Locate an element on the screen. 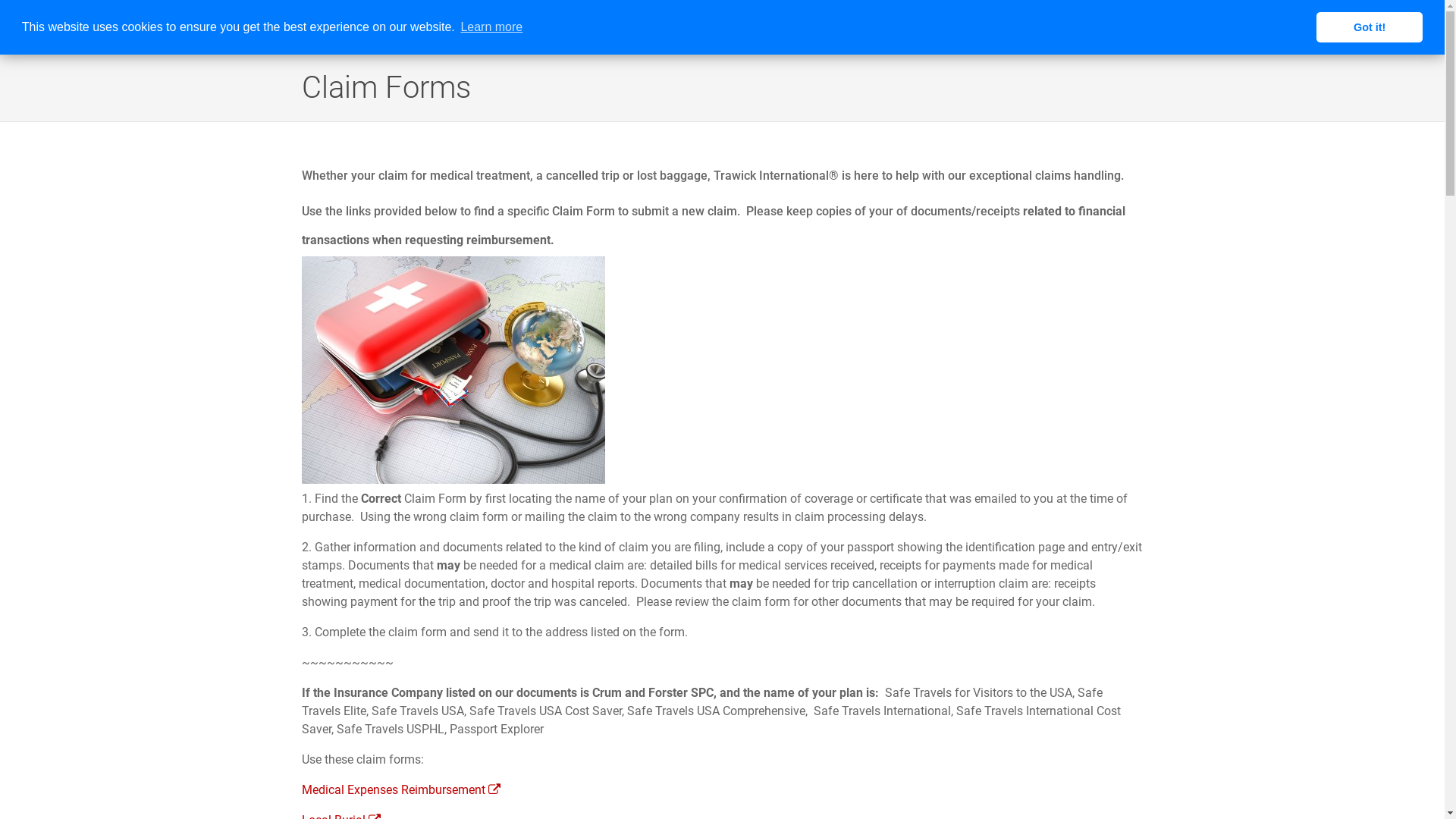 Image resolution: width=1456 pixels, height=819 pixels. 'Blog' is located at coordinates (1414, 27).